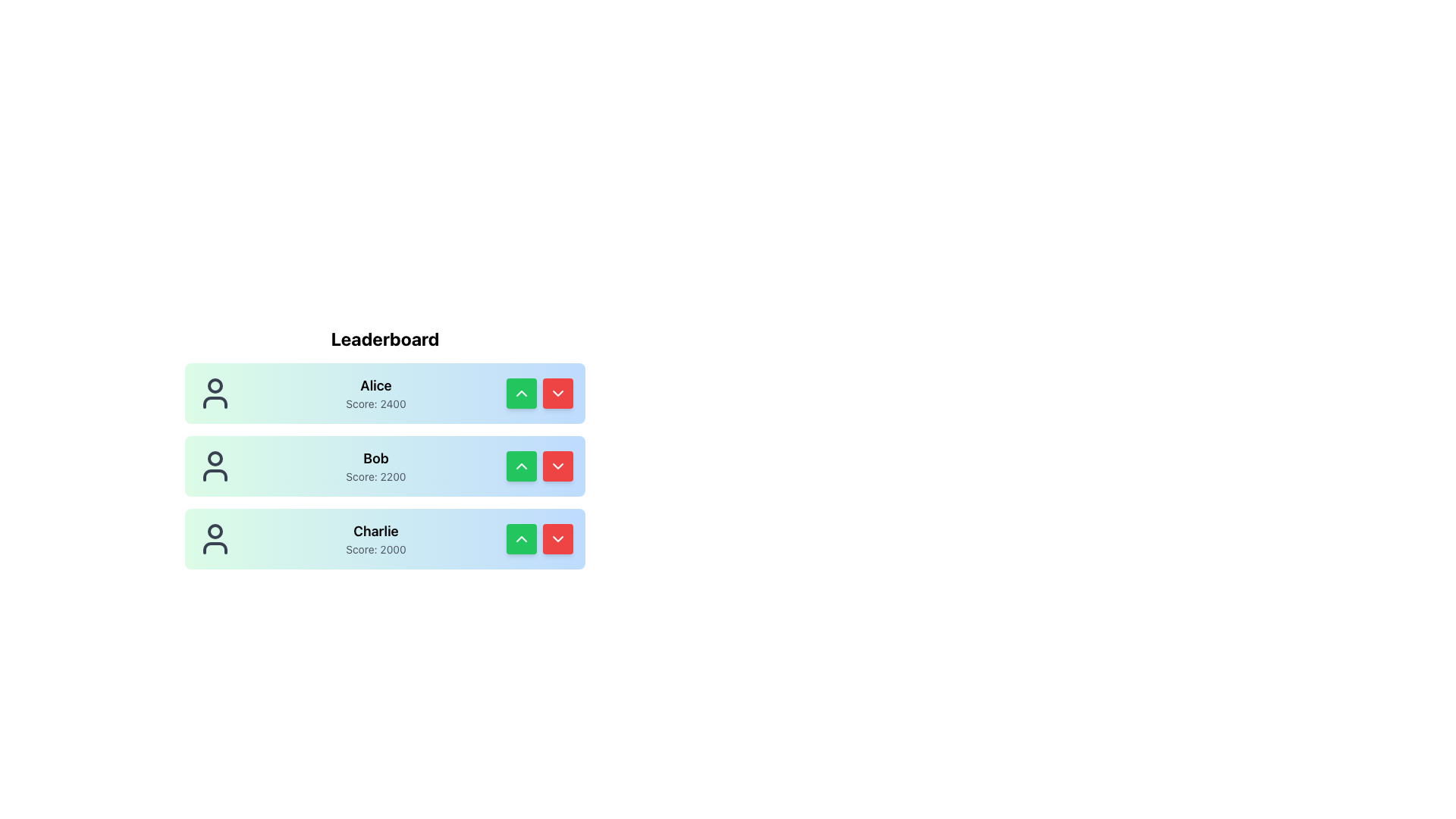 The height and width of the screenshot is (819, 1456). I want to click on text content of the label displaying 'Score: 2000' located beneath the name 'Charlie' in the leaderboard layout, so click(375, 550).